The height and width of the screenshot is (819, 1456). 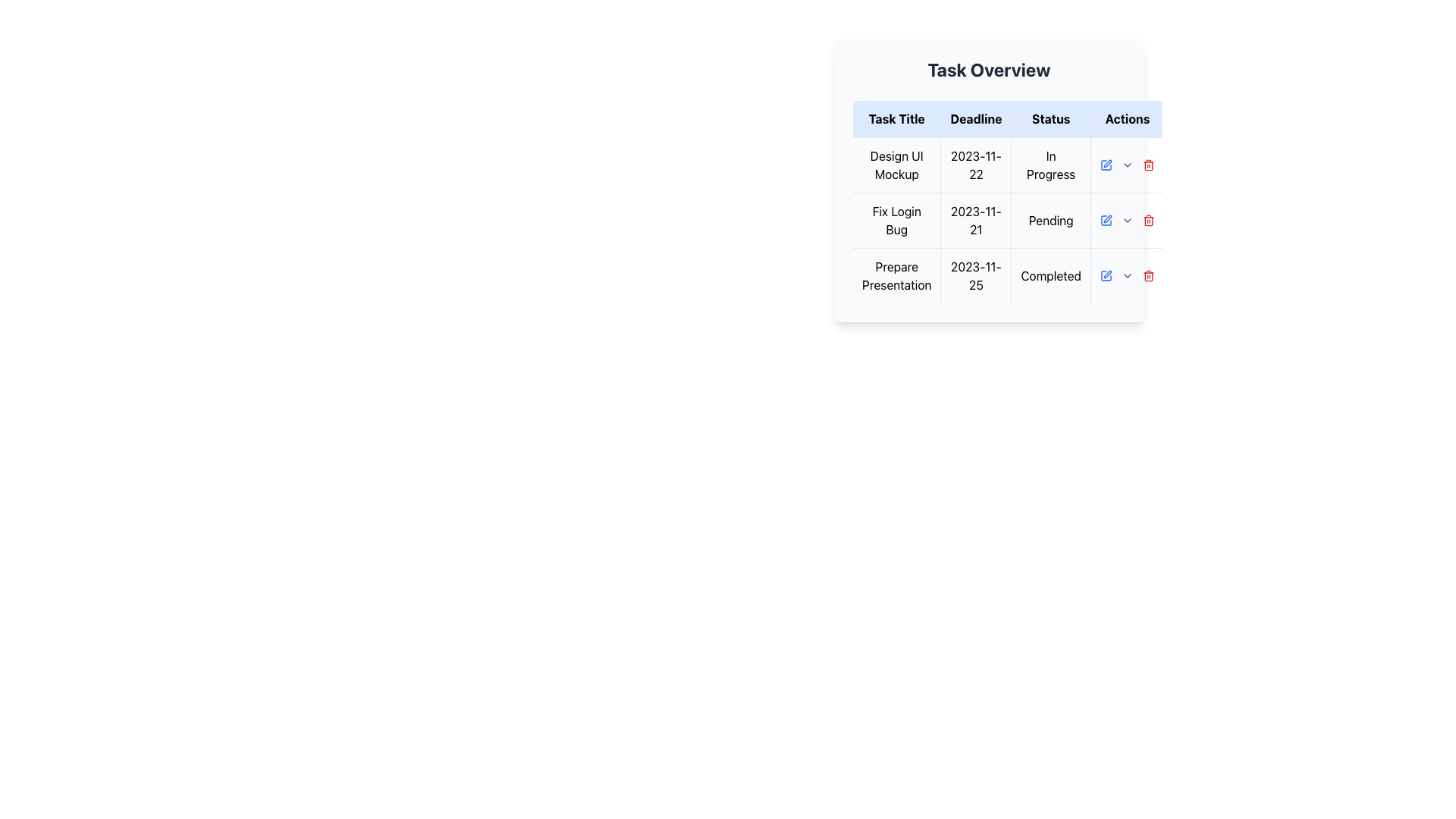 What do you see at coordinates (896, 275) in the screenshot?
I see `the text label displaying 'Prepare Presentation', which is the first column entry in the third row of the 'Task Overview' table` at bounding box center [896, 275].